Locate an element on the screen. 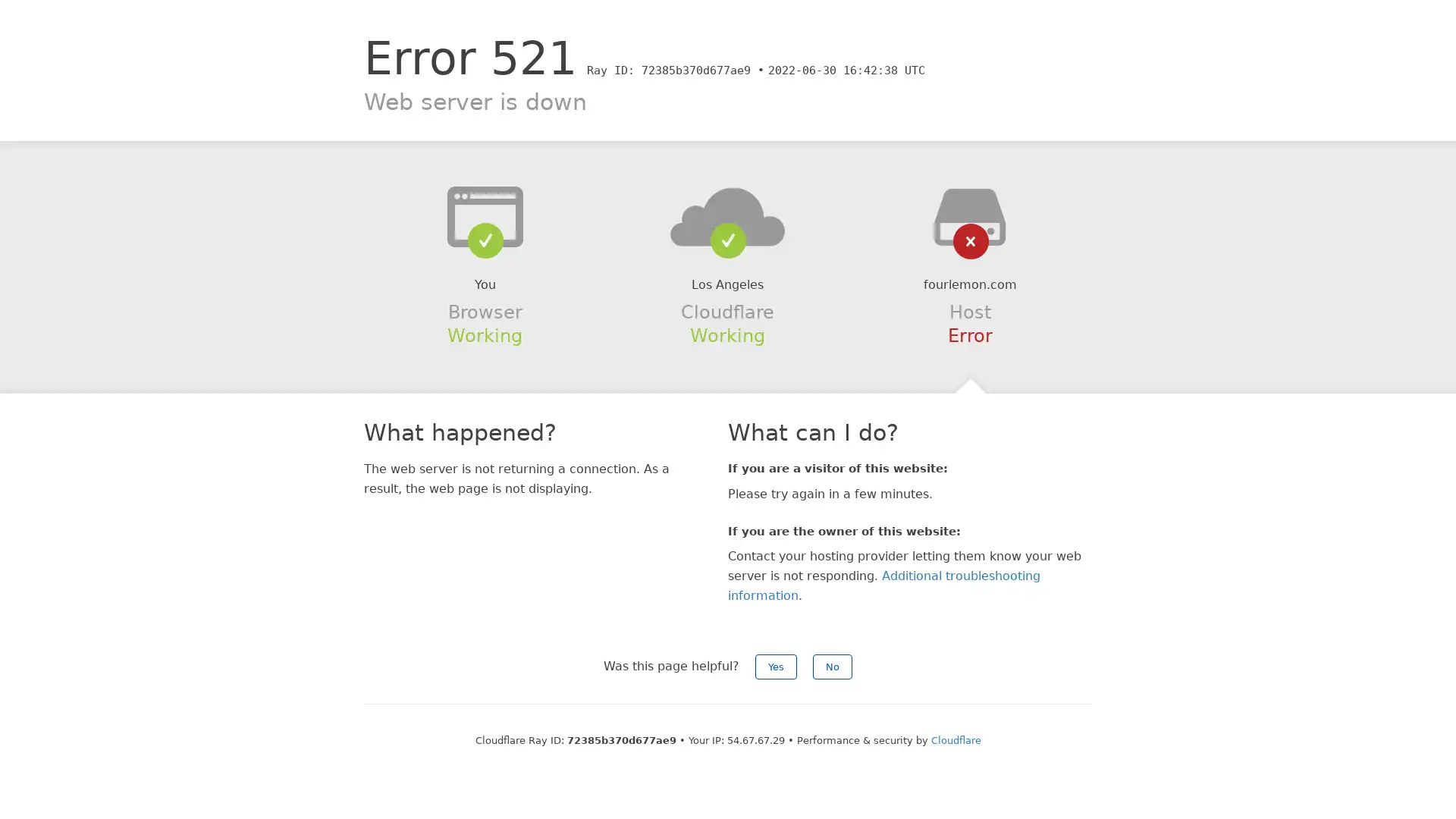 This screenshot has height=819, width=1456. Yes is located at coordinates (776, 666).